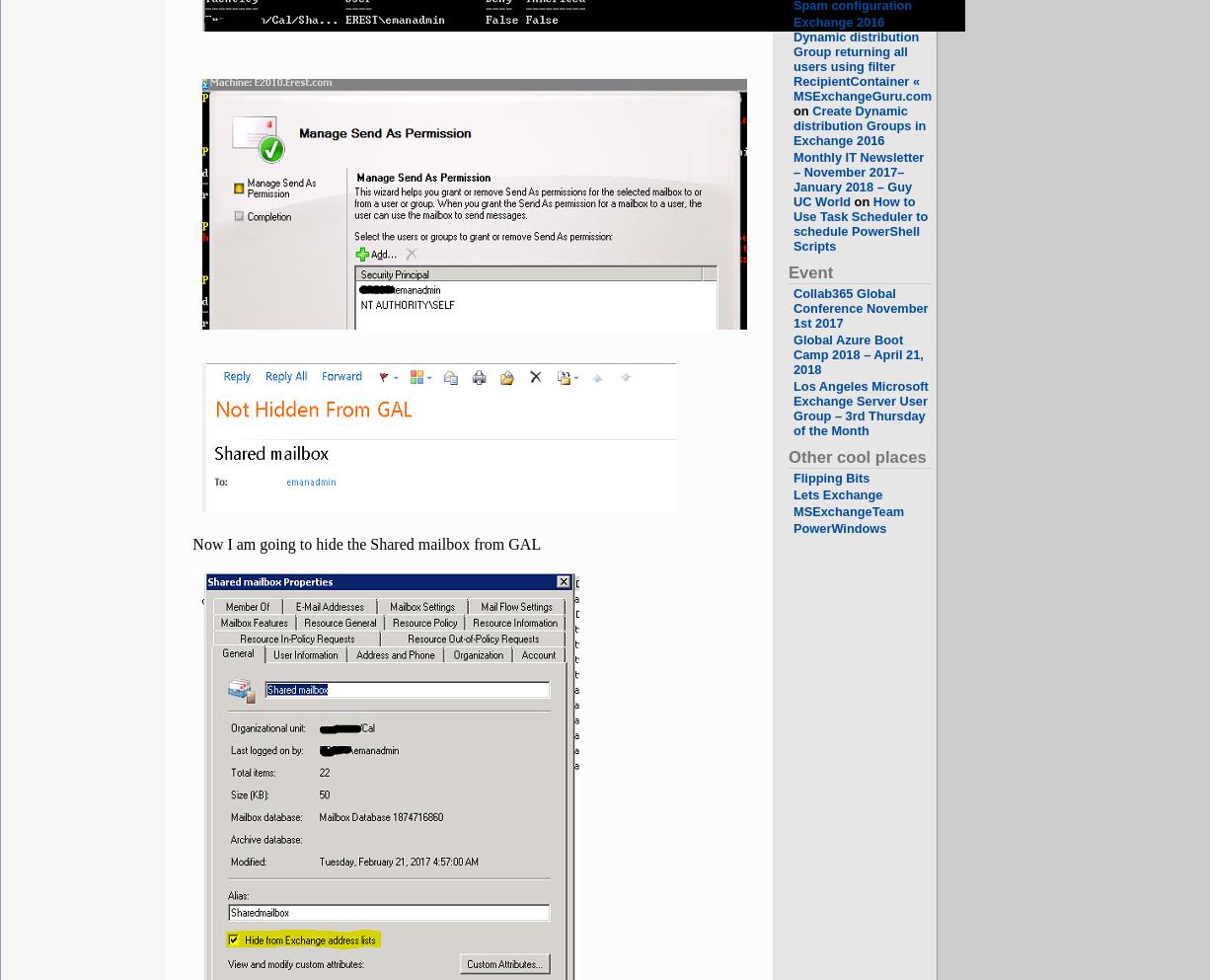 The height and width of the screenshot is (980, 1210). I want to click on 'Collab365 Global Conference November 1st 2017', so click(861, 307).